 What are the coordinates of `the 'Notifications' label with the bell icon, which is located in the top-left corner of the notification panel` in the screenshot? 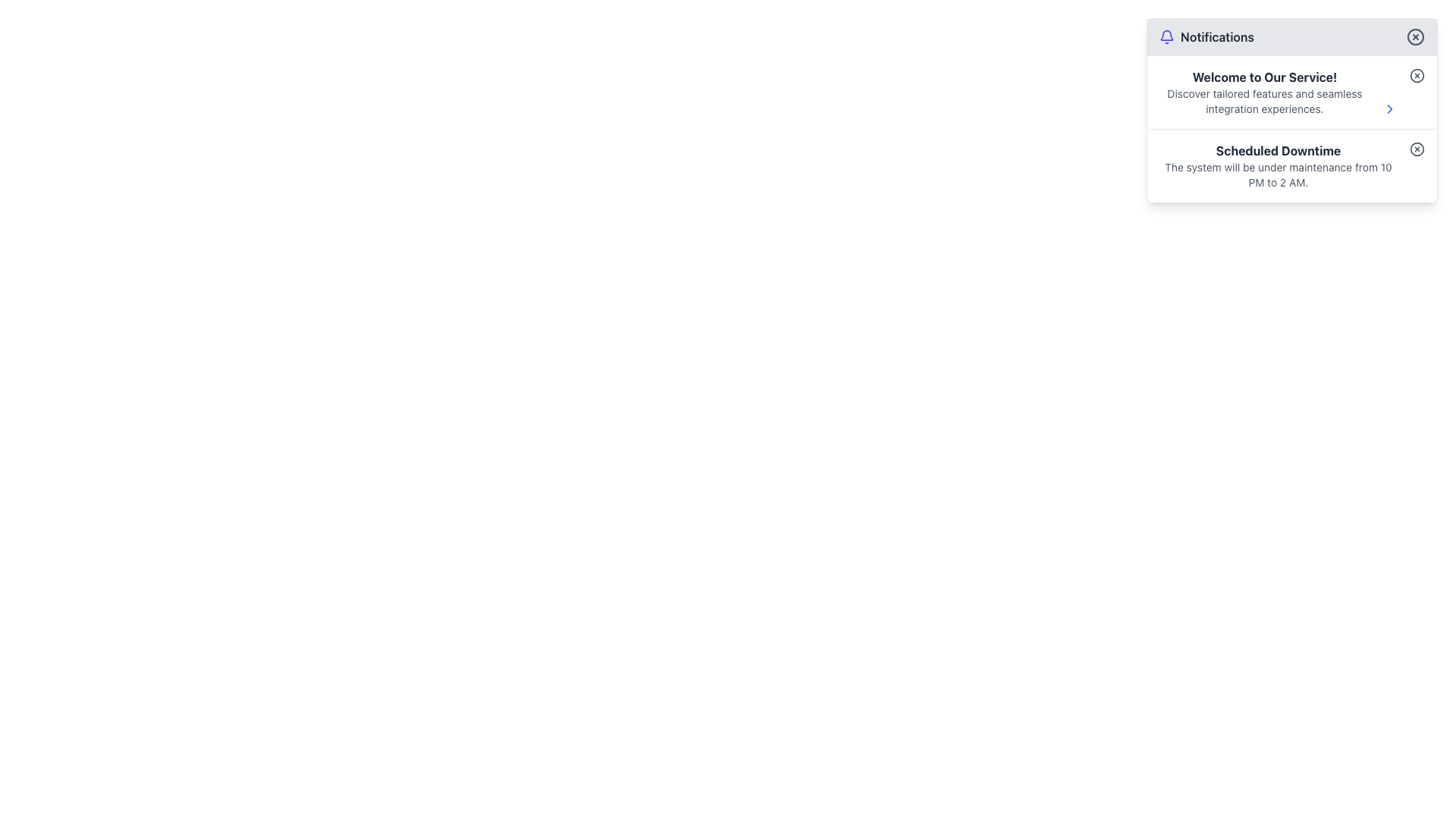 It's located at (1206, 36).